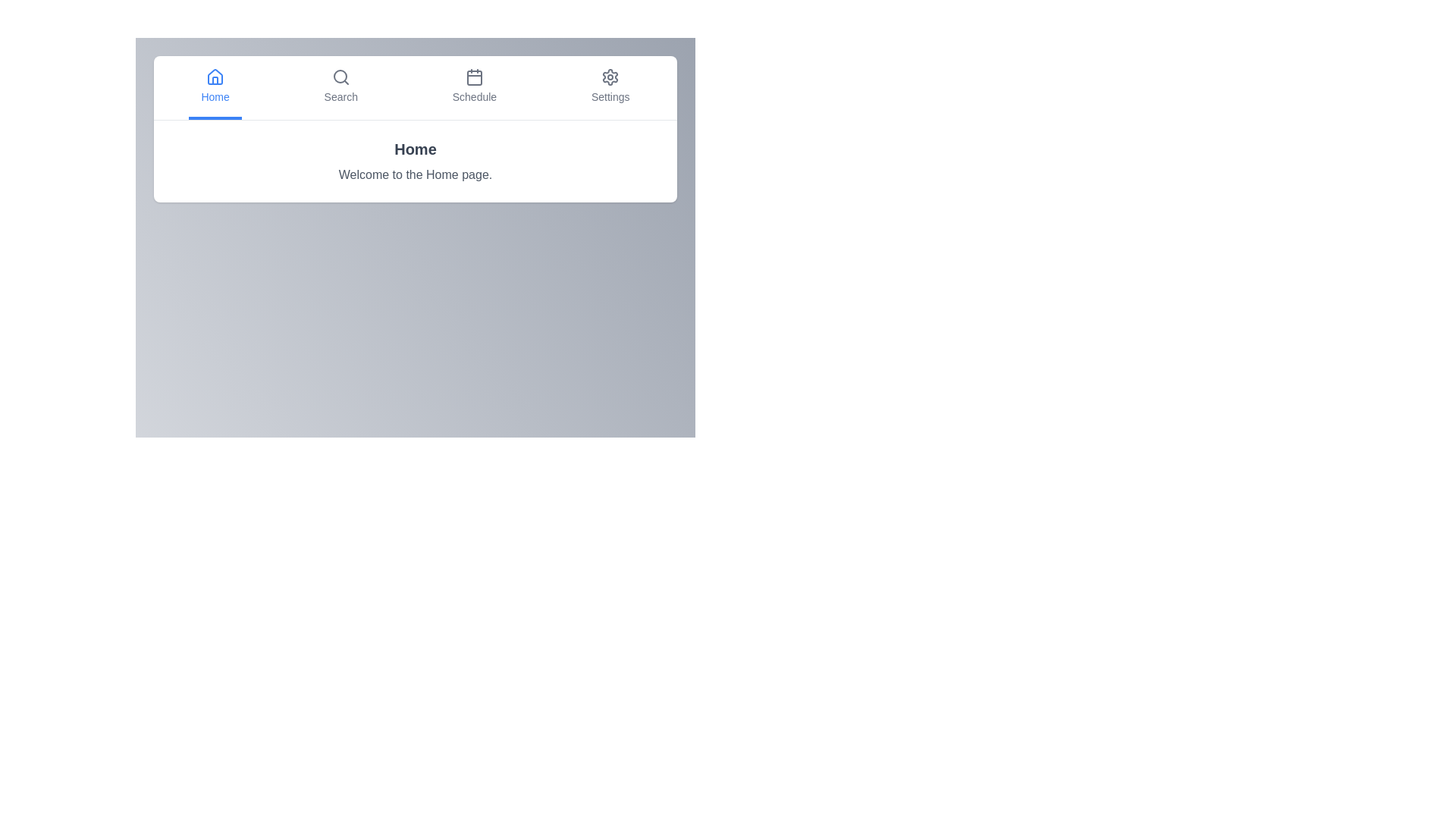 The image size is (1456, 819). I want to click on the tab labeled Settings, so click(610, 87).